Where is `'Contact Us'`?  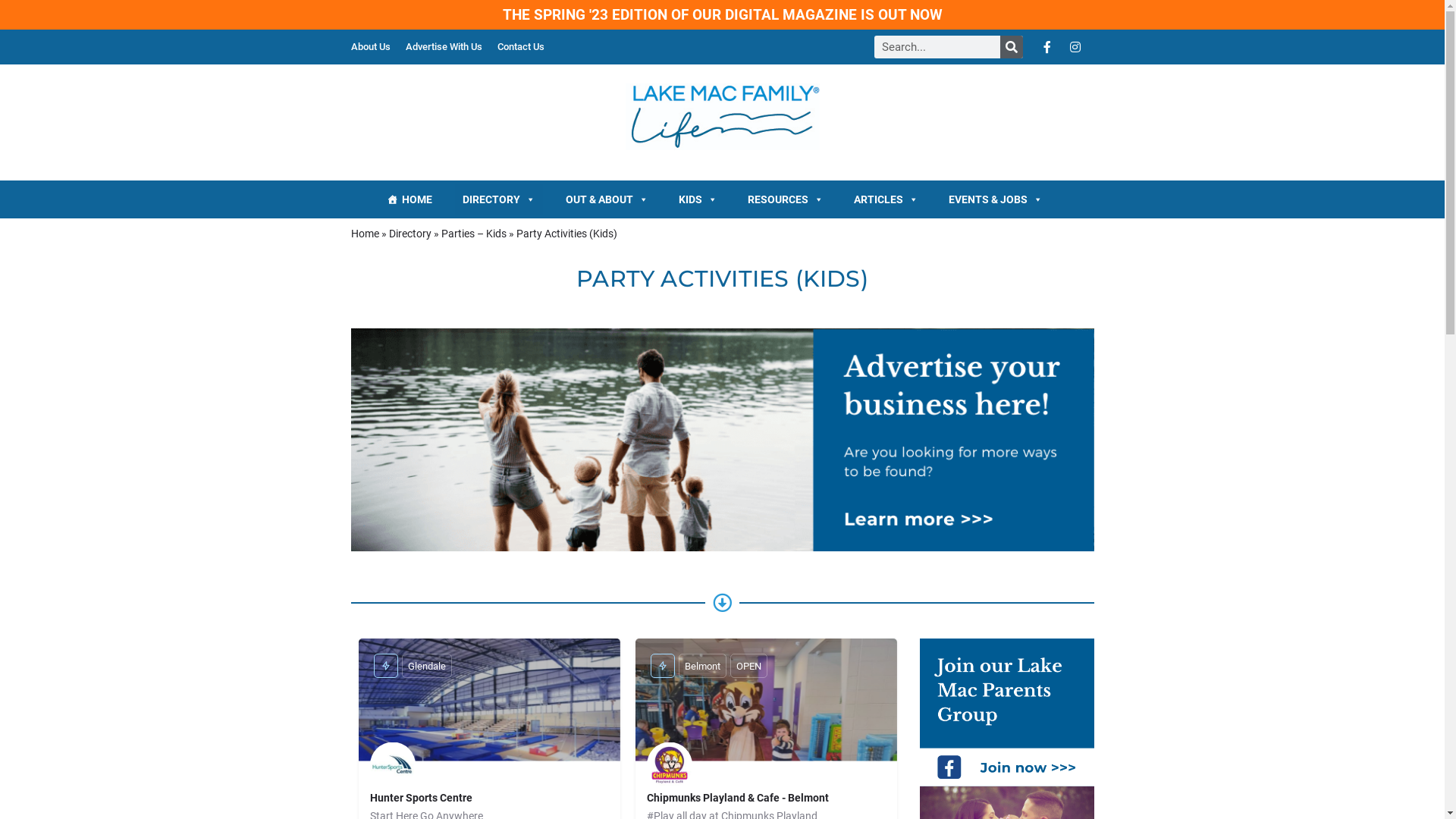 'Contact Us' is located at coordinates (520, 45).